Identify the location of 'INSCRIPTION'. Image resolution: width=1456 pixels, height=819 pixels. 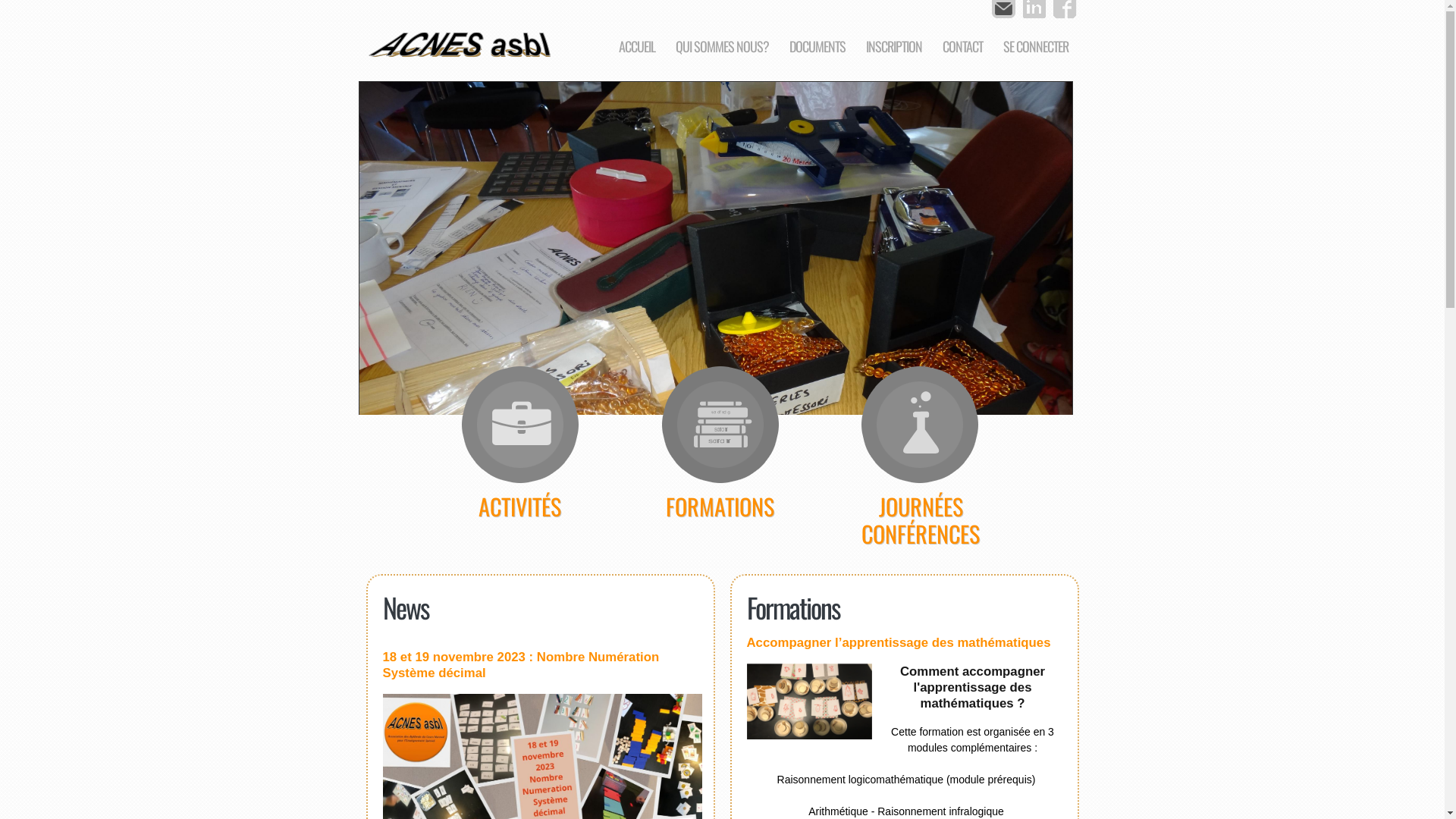
(894, 45).